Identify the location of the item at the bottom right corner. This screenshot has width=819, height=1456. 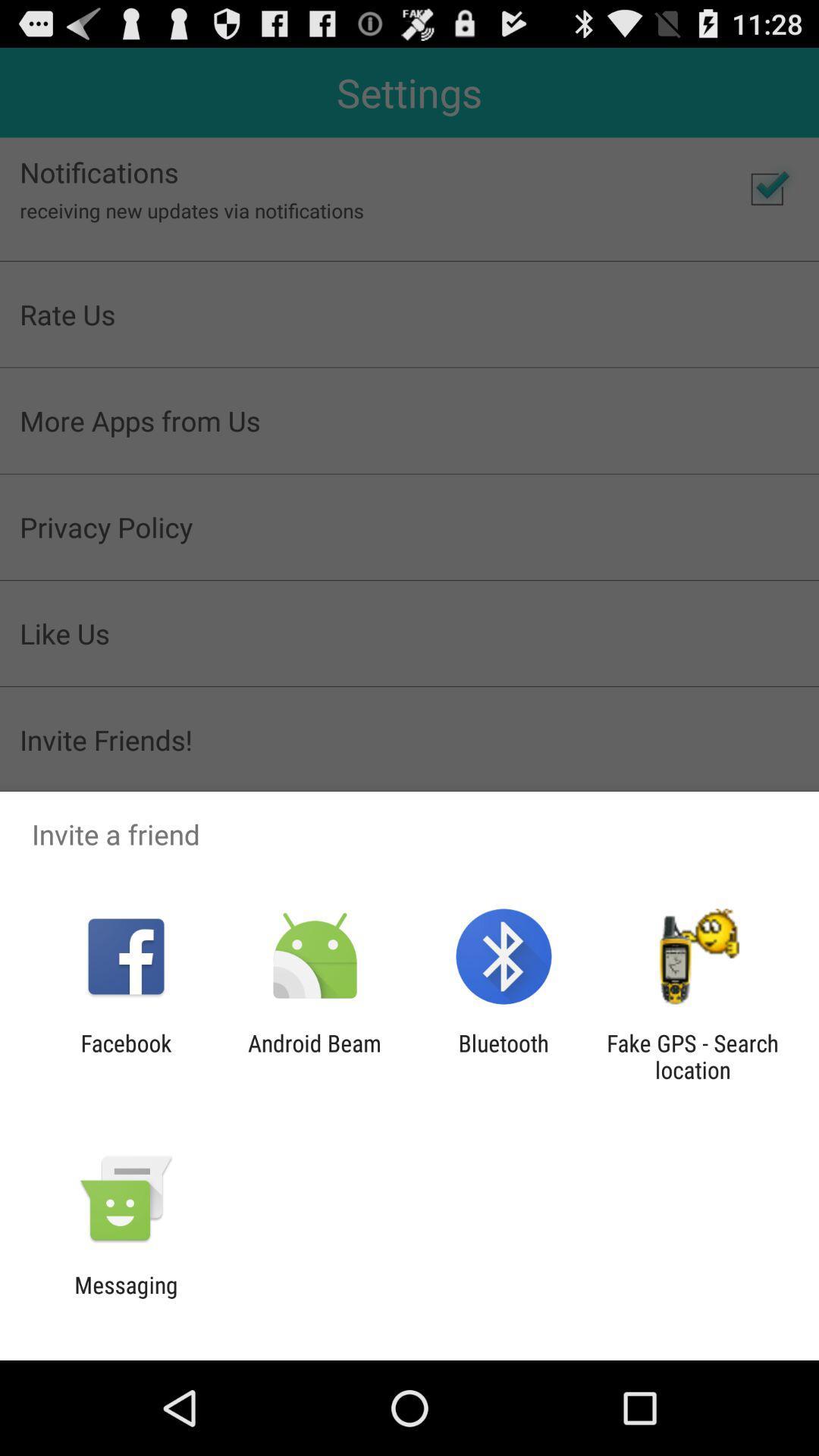
(692, 1056).